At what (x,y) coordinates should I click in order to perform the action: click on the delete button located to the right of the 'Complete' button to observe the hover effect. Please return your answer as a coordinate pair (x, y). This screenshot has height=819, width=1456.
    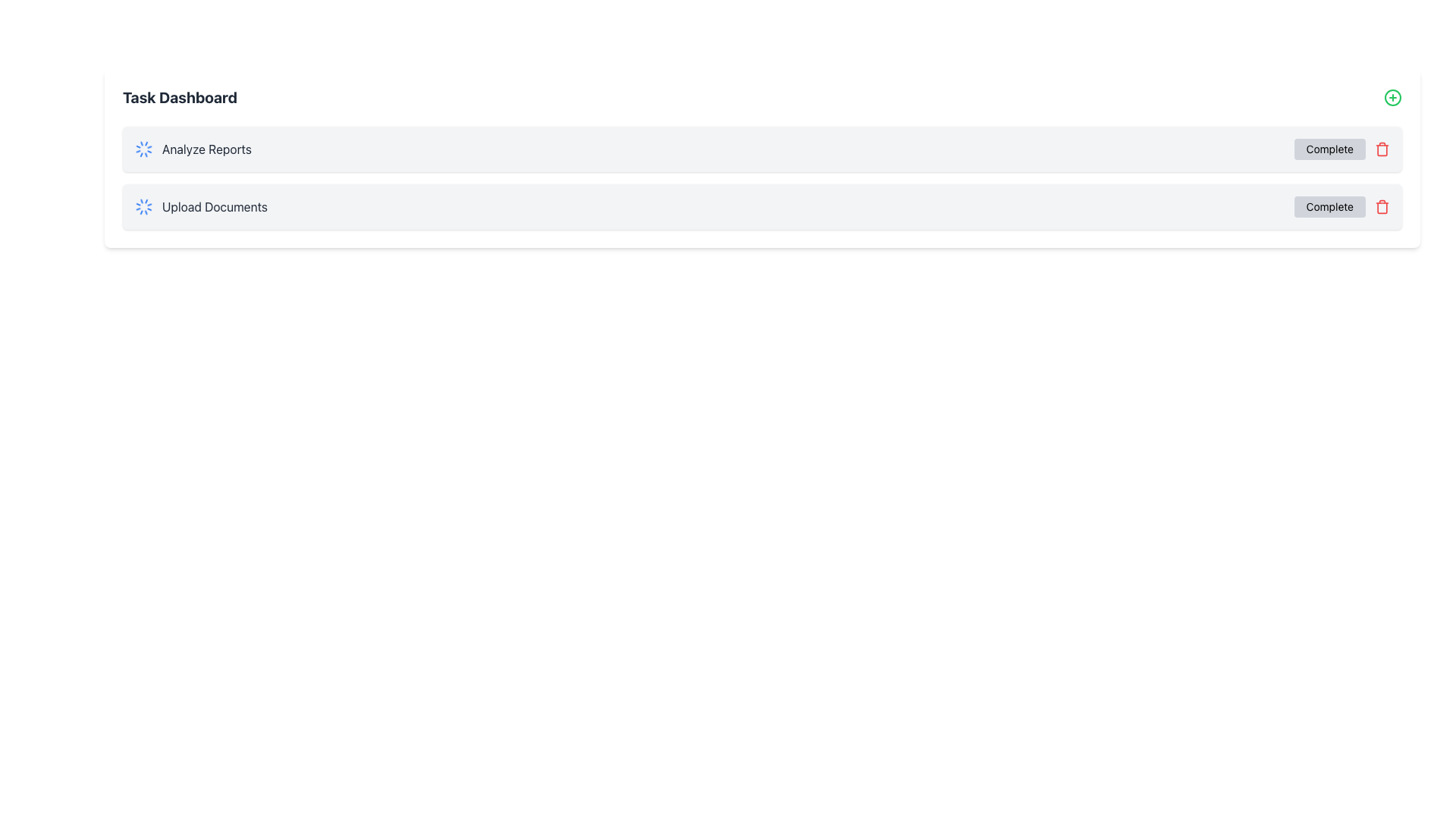
    Looking at the image, I should click on (1382, 207).